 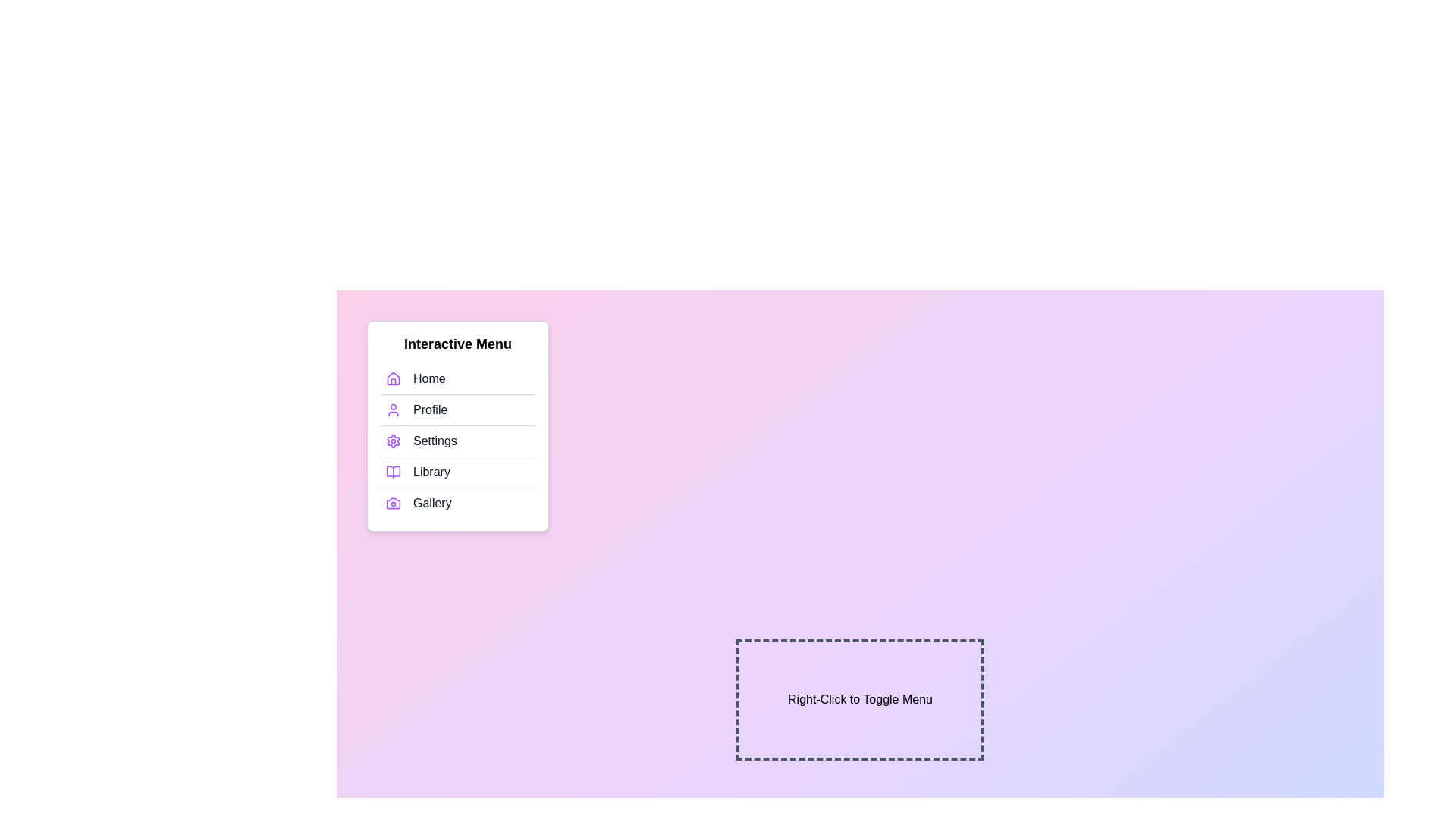 What do you see at coordinates (457, 503) in the screenshot?
I see `the menu item Gallery to highlight it` at bounding box center [457, 503].